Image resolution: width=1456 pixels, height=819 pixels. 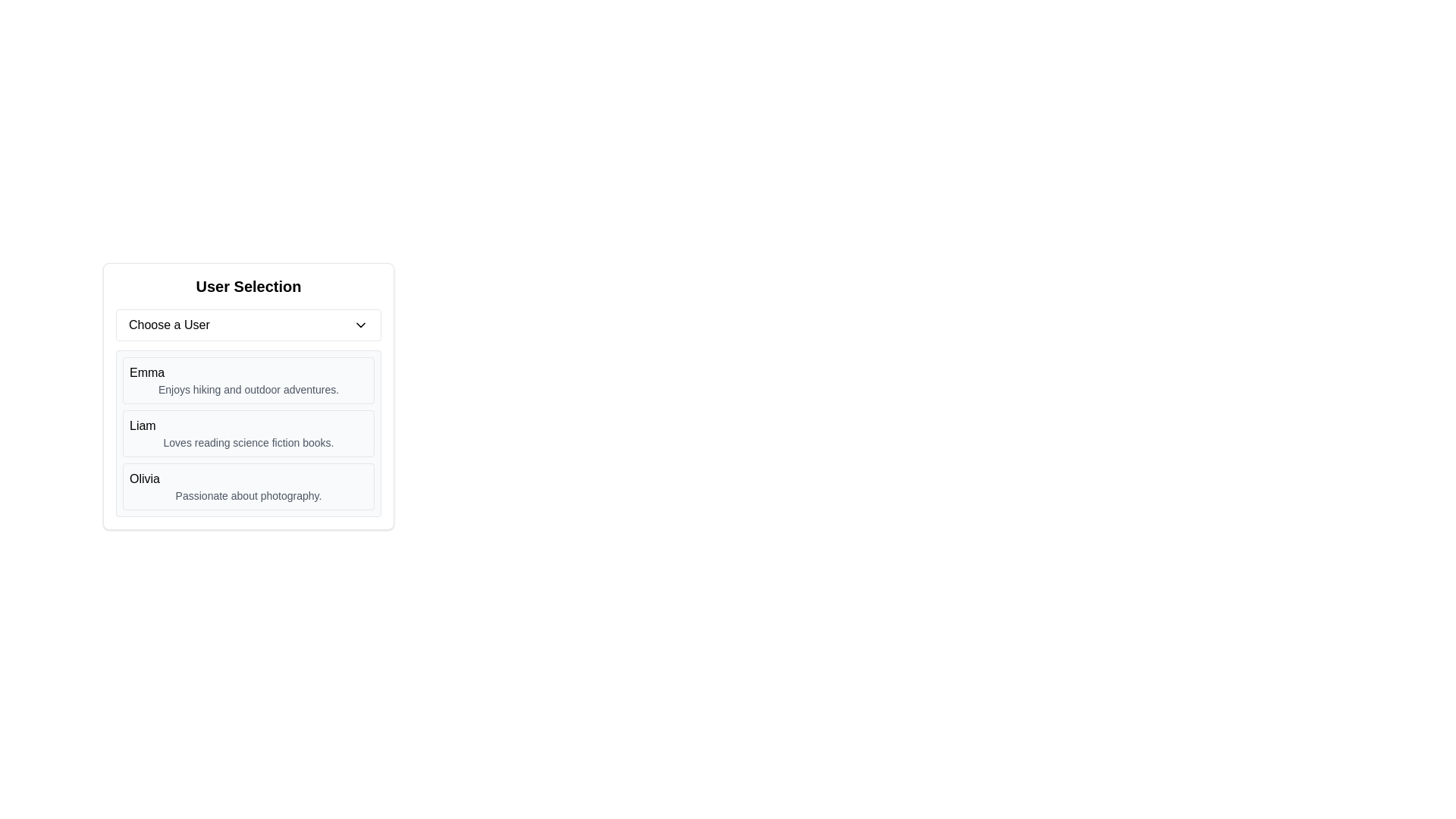 I want to click on the text display area representing Olivia, the last entry in the user list, so click(x=248, y=486).